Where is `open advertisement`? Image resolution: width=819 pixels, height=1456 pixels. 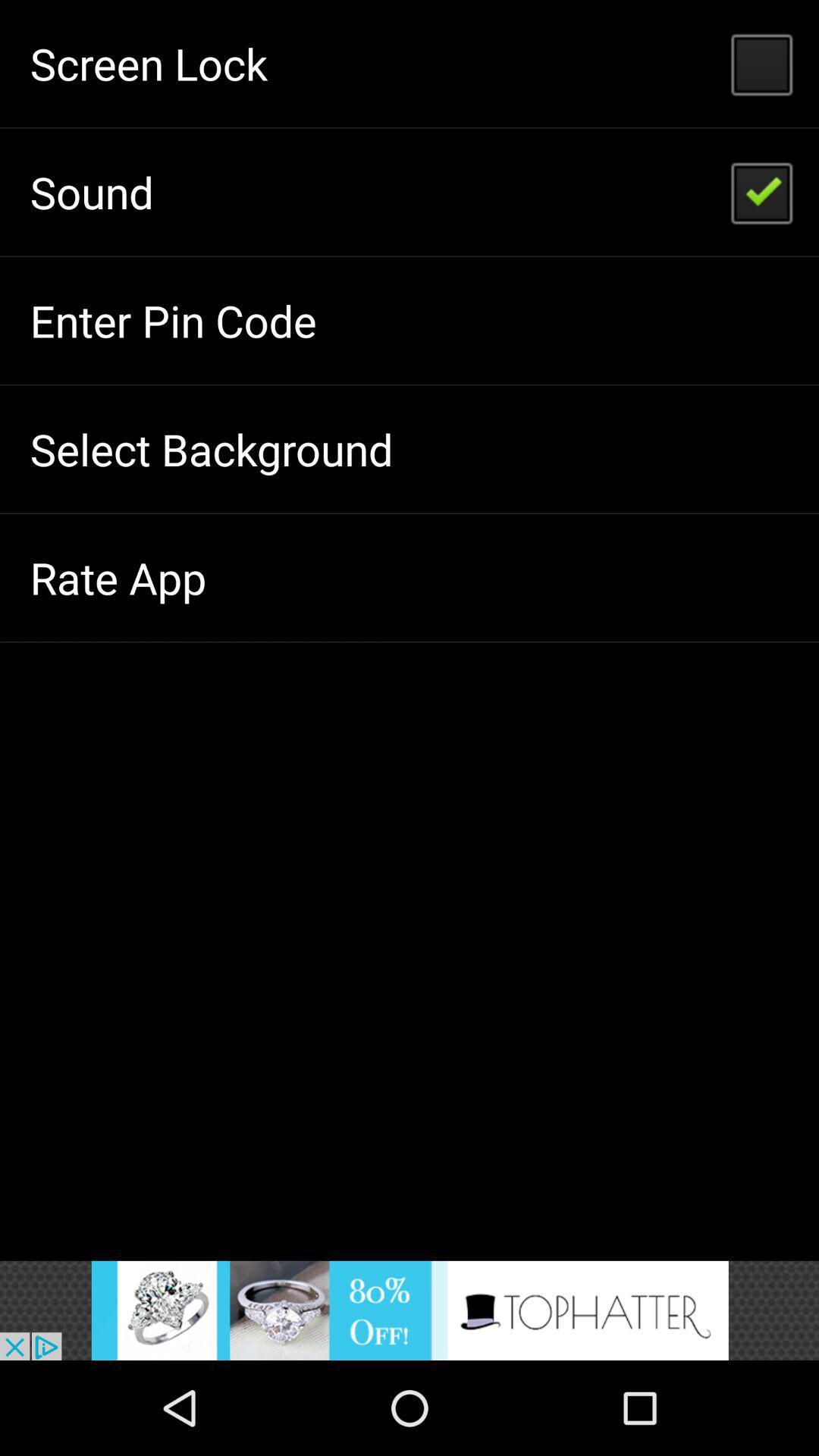
open advertisement is located at coordinates (409, 1310).